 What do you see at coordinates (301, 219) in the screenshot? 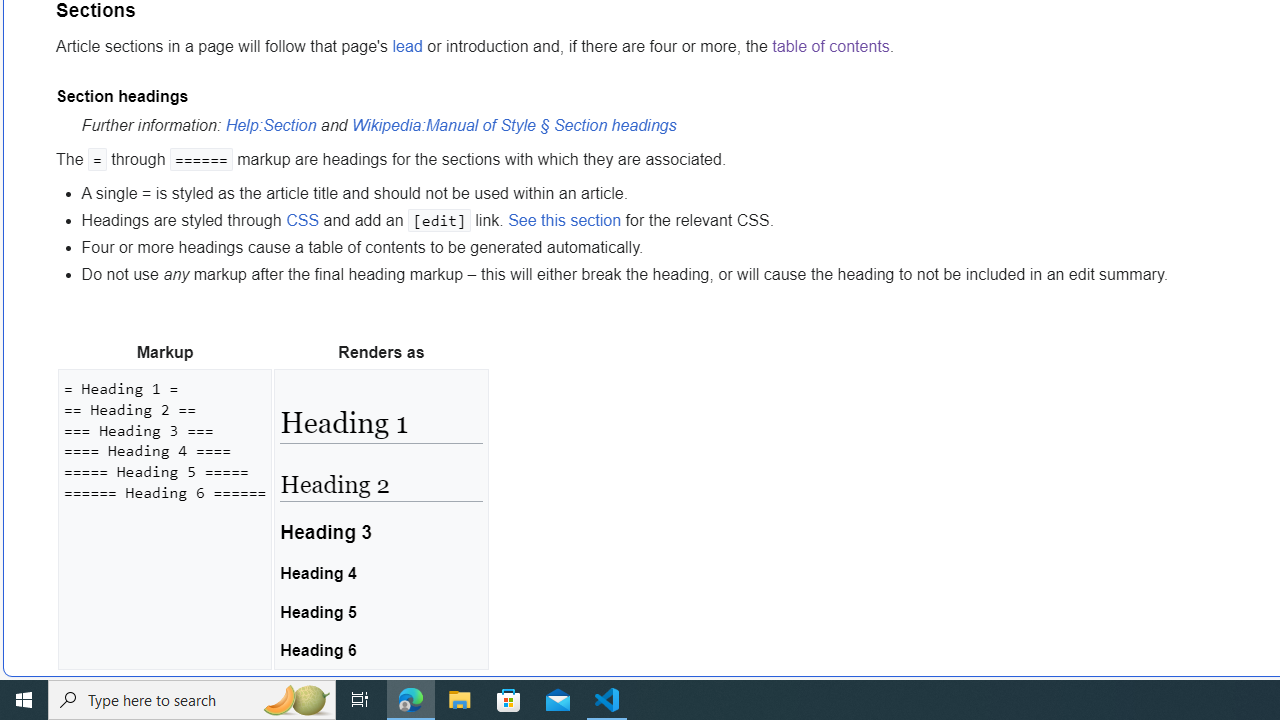
I see `'CSS'` at bounding box center [301, 219].